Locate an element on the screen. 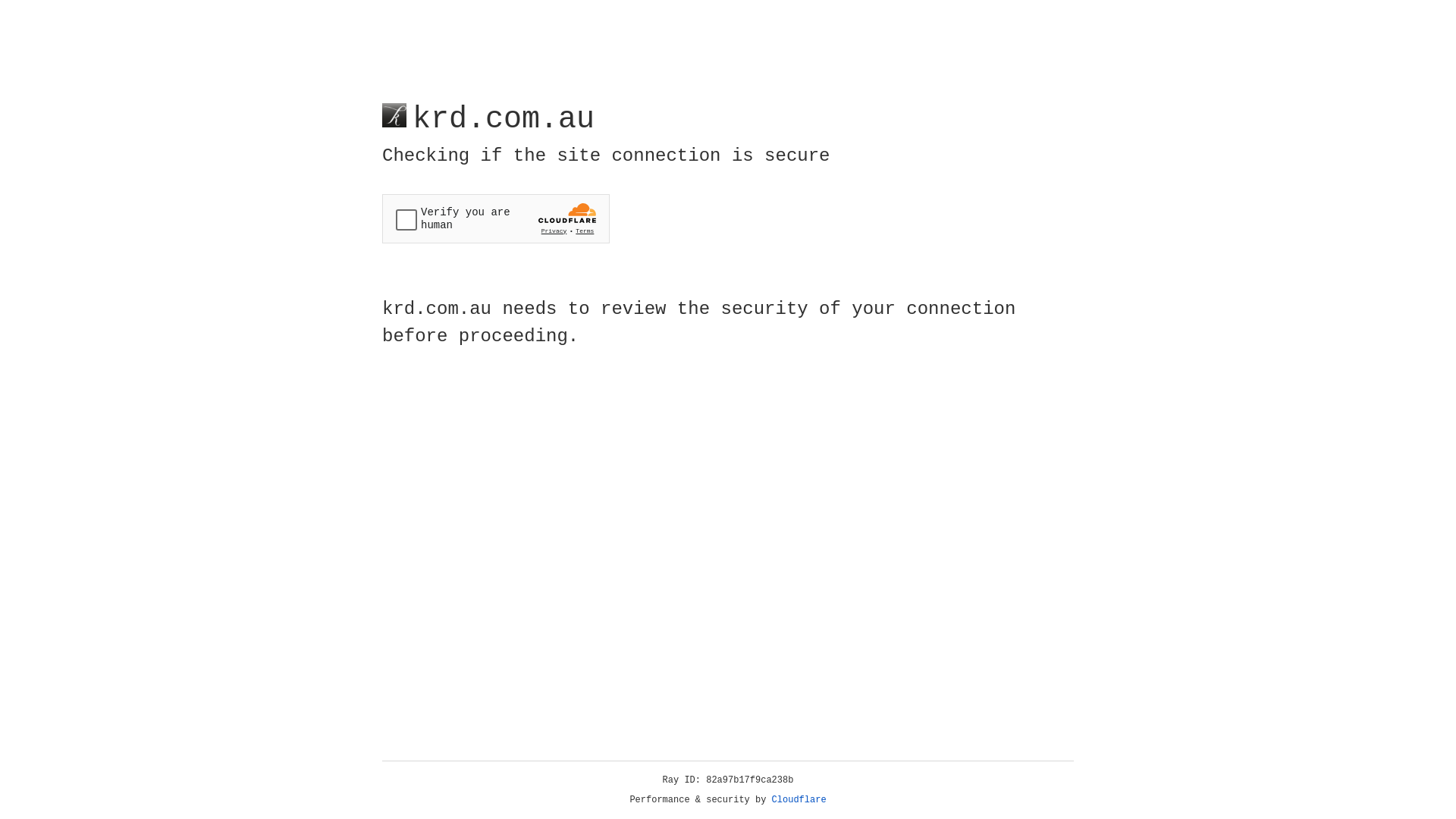 This screenshot has height=819, width=1456. 'Cloudflare' is located at coordinates (799, 799).